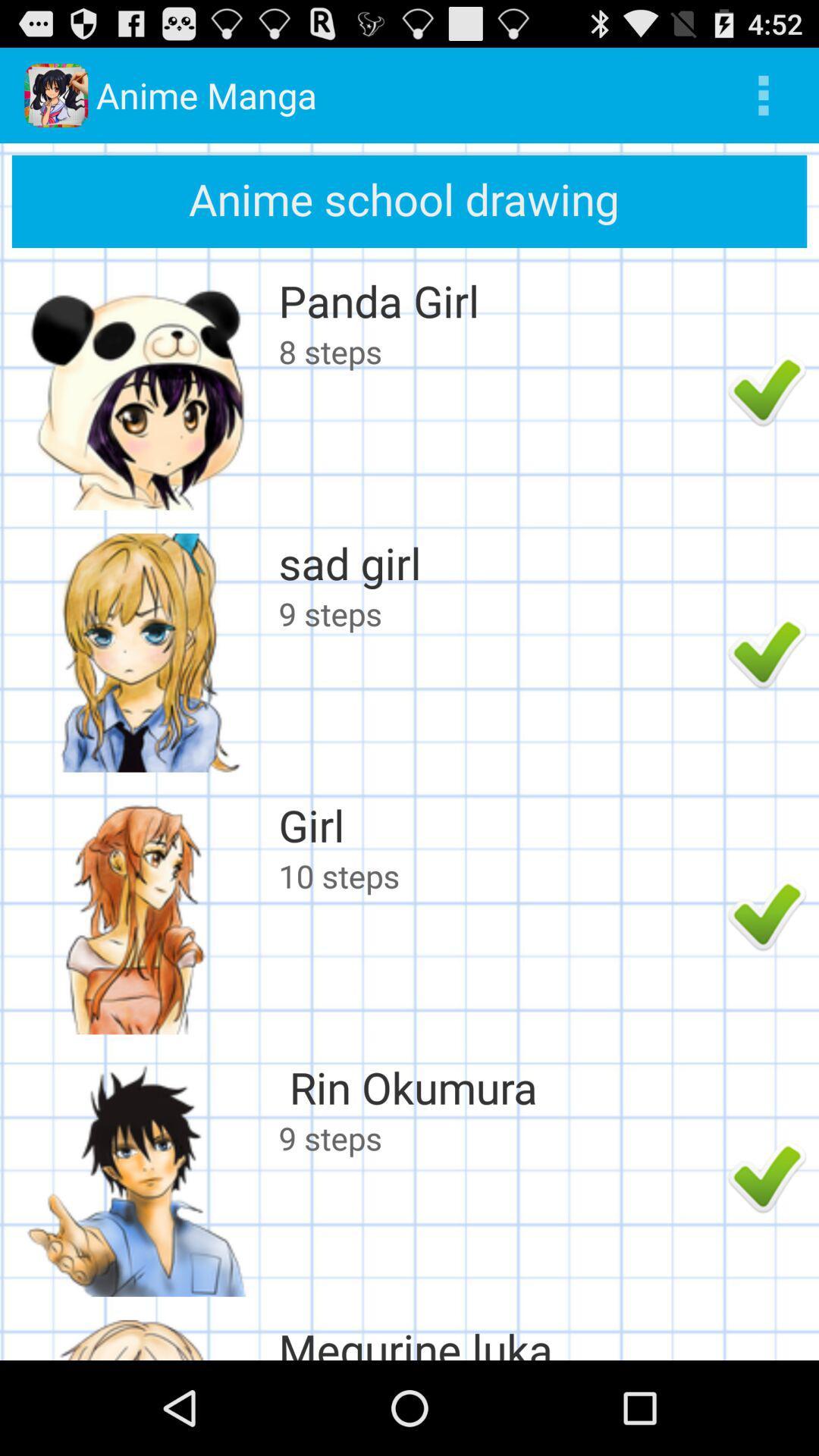 The width and height of the screenshot is (819, 1456). I want to click on panda girl, so click(499, 300).